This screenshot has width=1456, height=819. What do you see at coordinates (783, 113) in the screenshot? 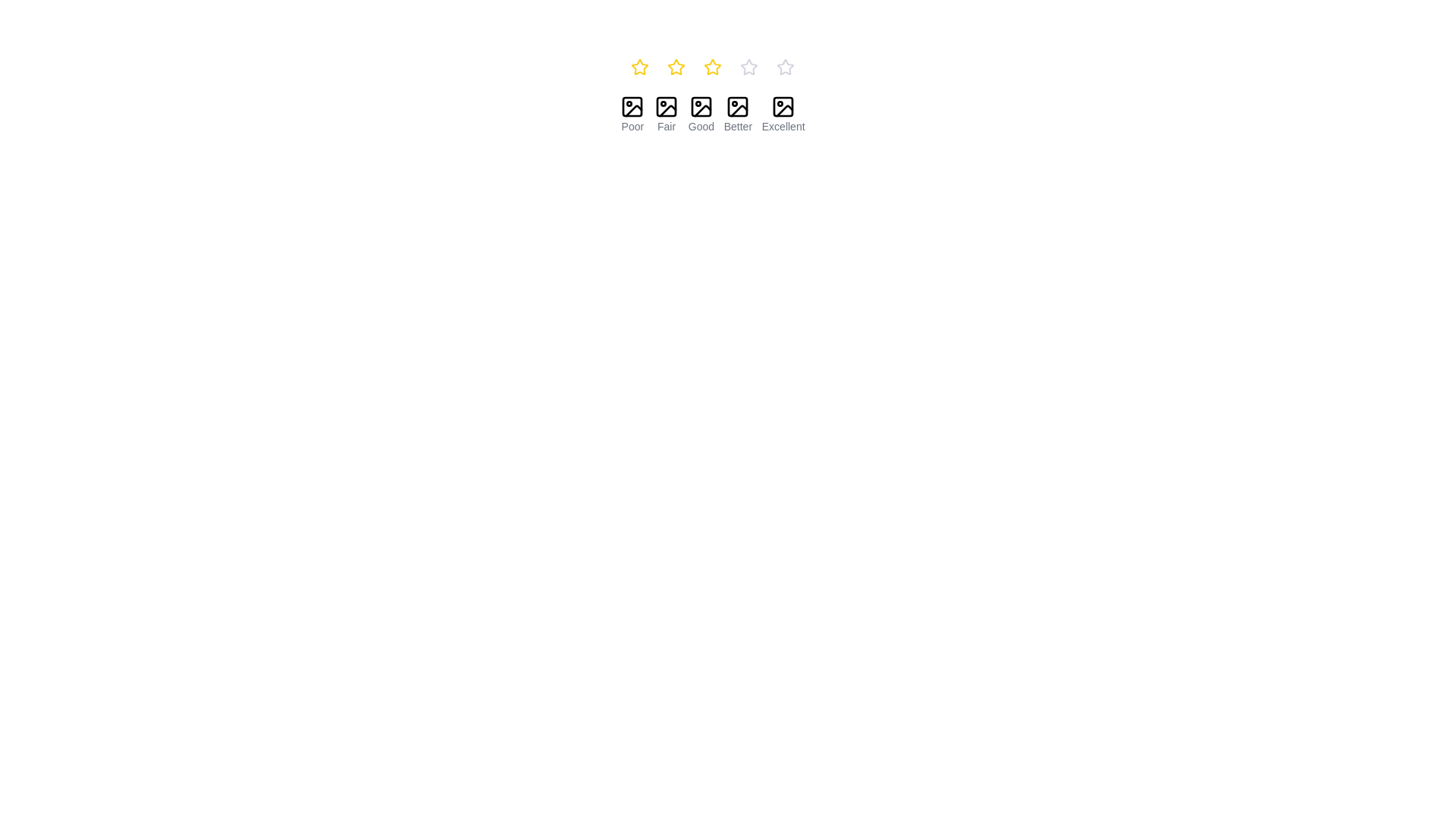
I see `the label with the icon of a photo and the text 'Excellent', which is the fifth element in a horizontal row of five similar labels` at bounding box center [783, 113].